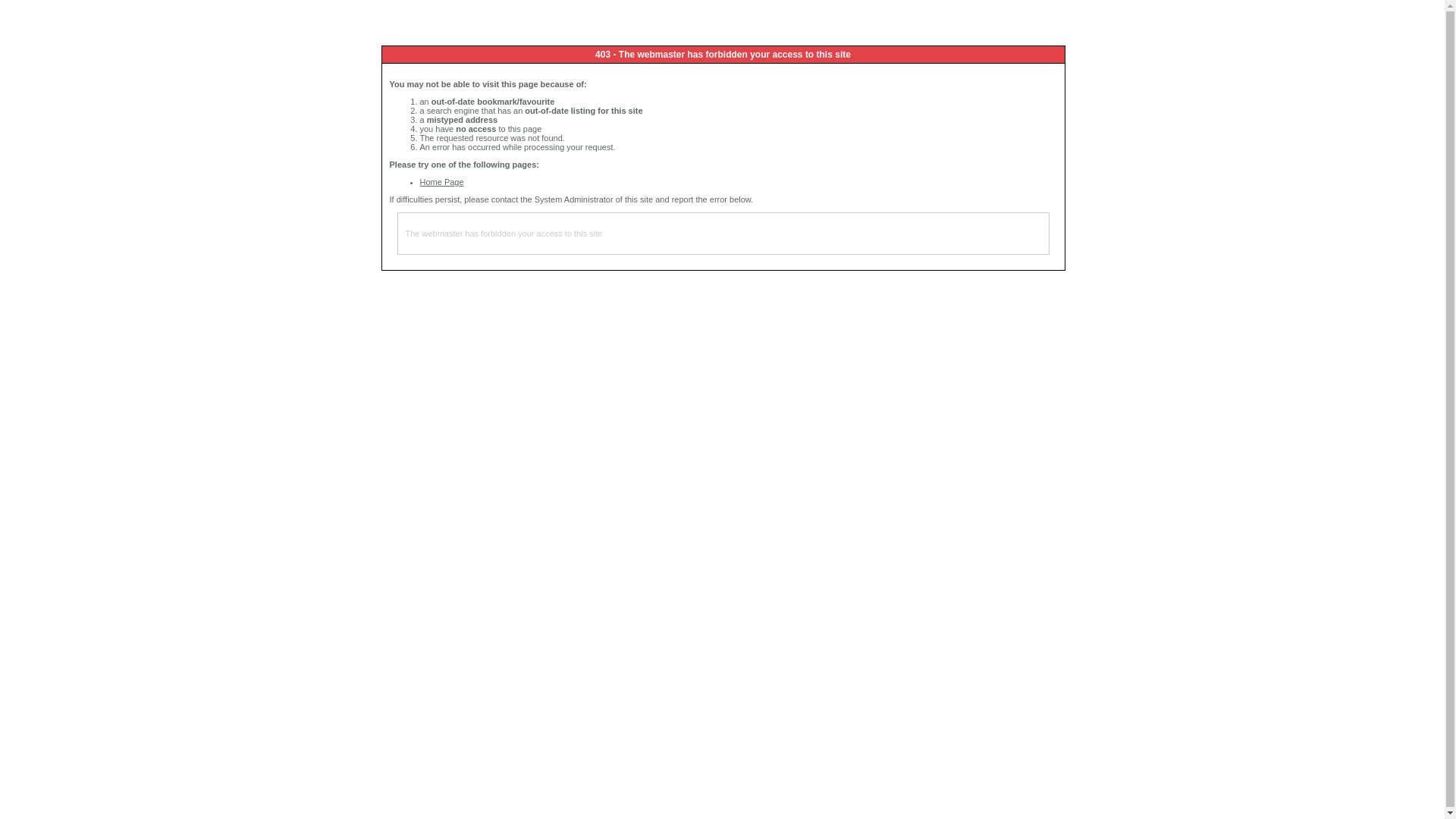 The height and width of the screenshot is (819, 1456). Describe the element at coordinates (441, 180) in the screenshot. I see `'Home Page'` at that location.